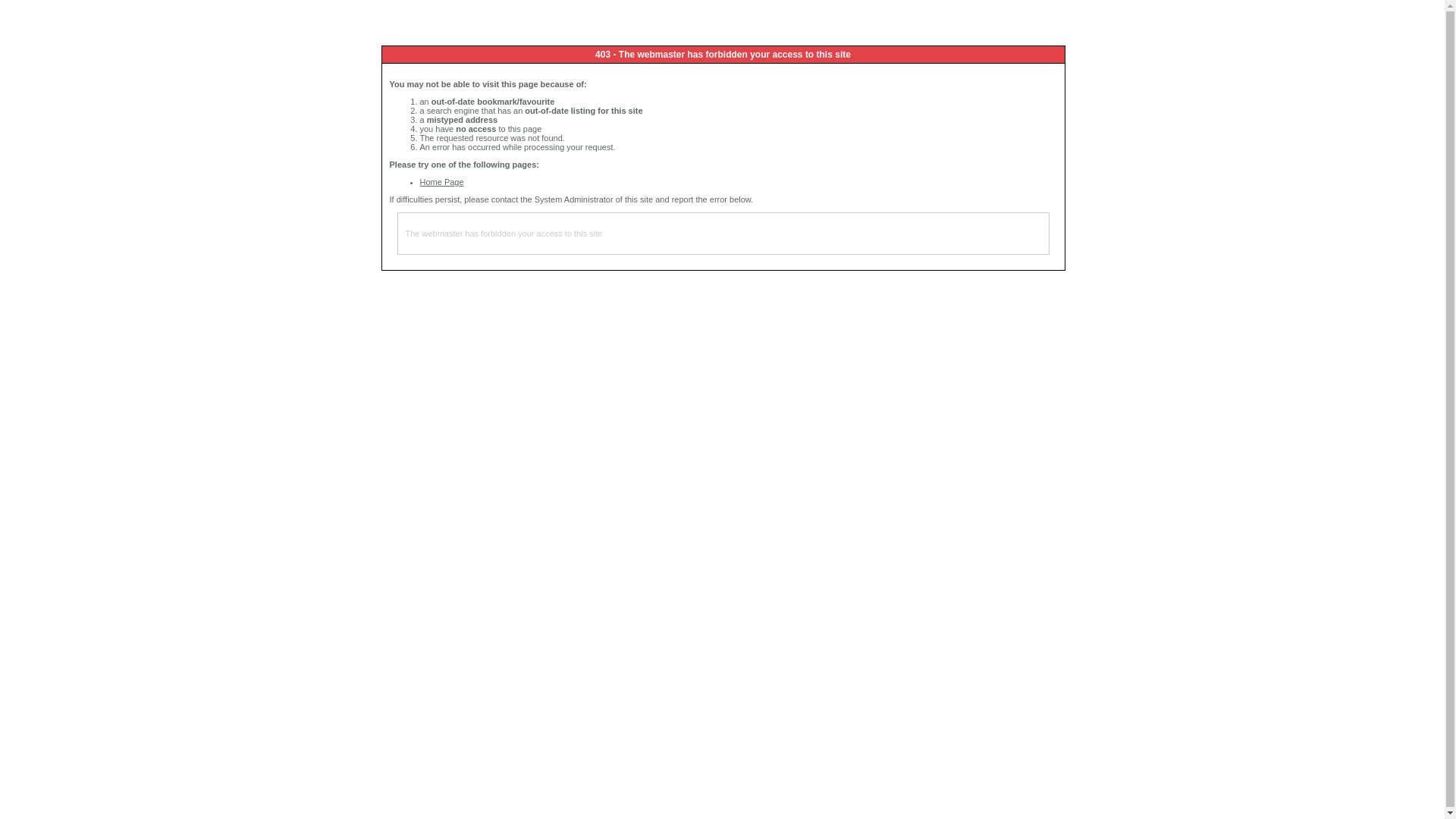 The height and width of the screenshot is (819, 1456). Describe the element at coordinates (441, 180) in the screenshot. I see `'Home Page'` at that location.